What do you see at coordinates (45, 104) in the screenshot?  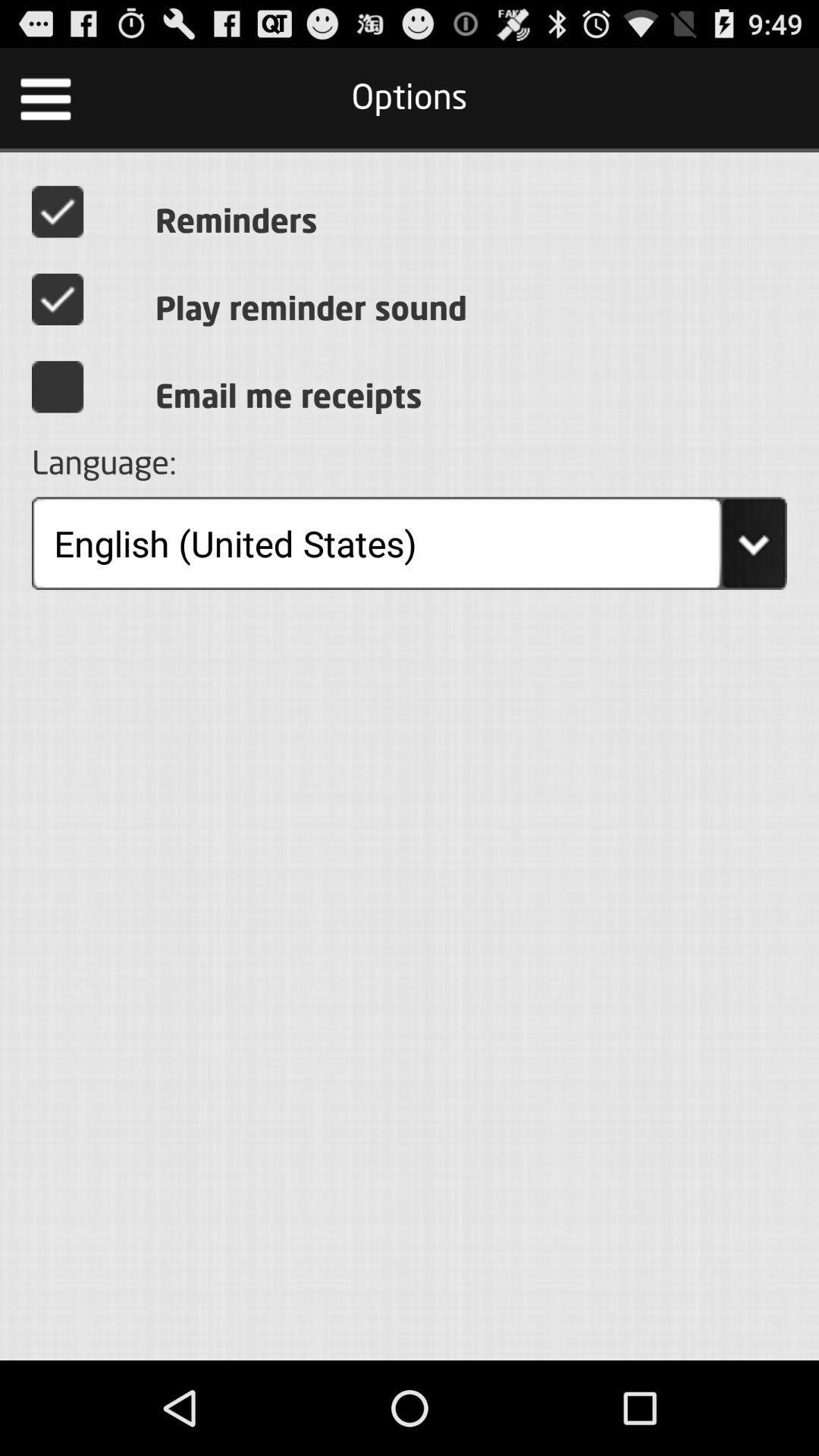 I see `the menu icon` at bounding box center [45, 104].